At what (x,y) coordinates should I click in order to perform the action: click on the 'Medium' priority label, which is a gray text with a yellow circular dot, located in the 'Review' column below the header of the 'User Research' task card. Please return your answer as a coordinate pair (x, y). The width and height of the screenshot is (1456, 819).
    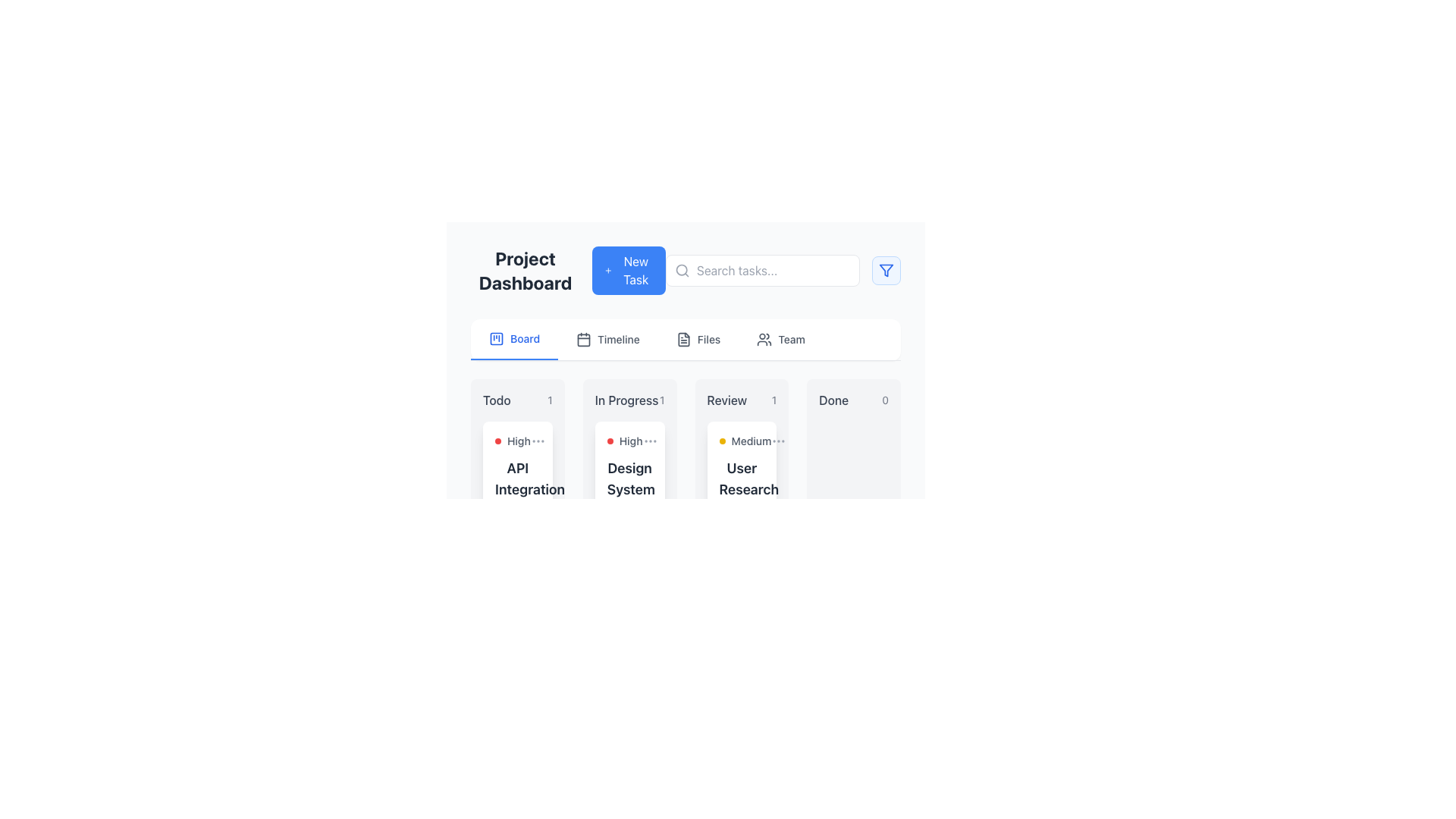
    Looking at the image, I should click on (745, 441).